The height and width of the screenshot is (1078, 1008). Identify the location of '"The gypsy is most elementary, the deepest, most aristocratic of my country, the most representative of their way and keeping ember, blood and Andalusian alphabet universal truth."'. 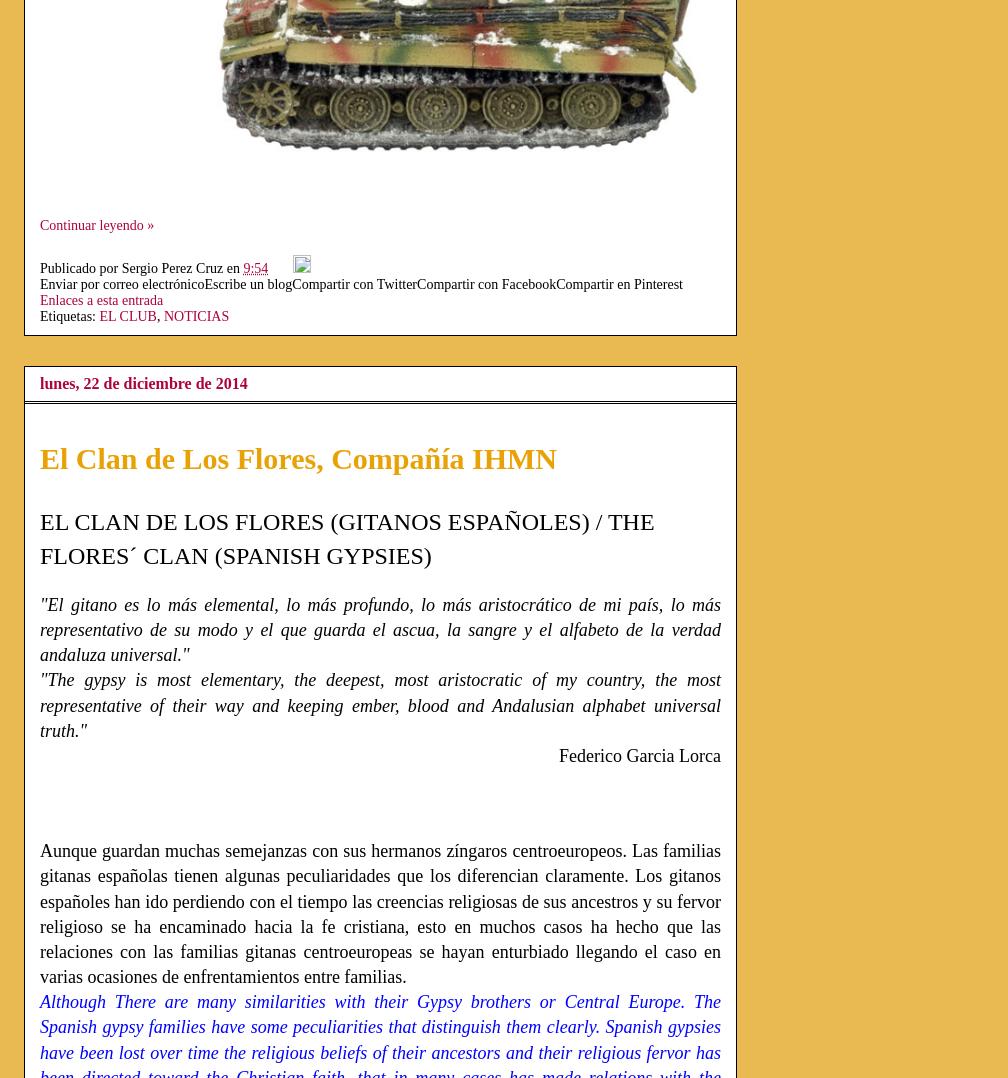
(380, 704).